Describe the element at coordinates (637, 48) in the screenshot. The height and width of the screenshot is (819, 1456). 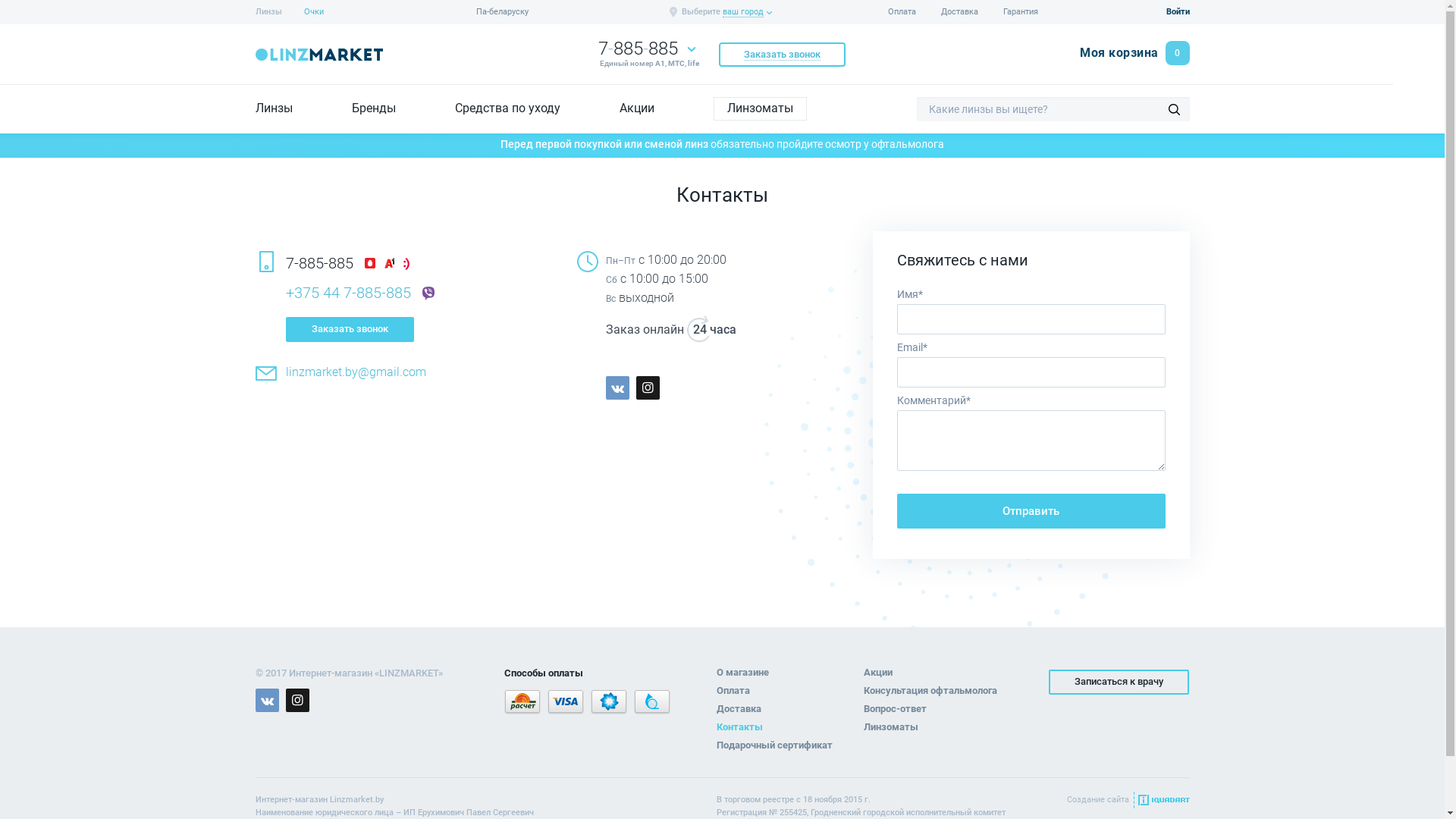
I see `'7-885-885'` at that location.